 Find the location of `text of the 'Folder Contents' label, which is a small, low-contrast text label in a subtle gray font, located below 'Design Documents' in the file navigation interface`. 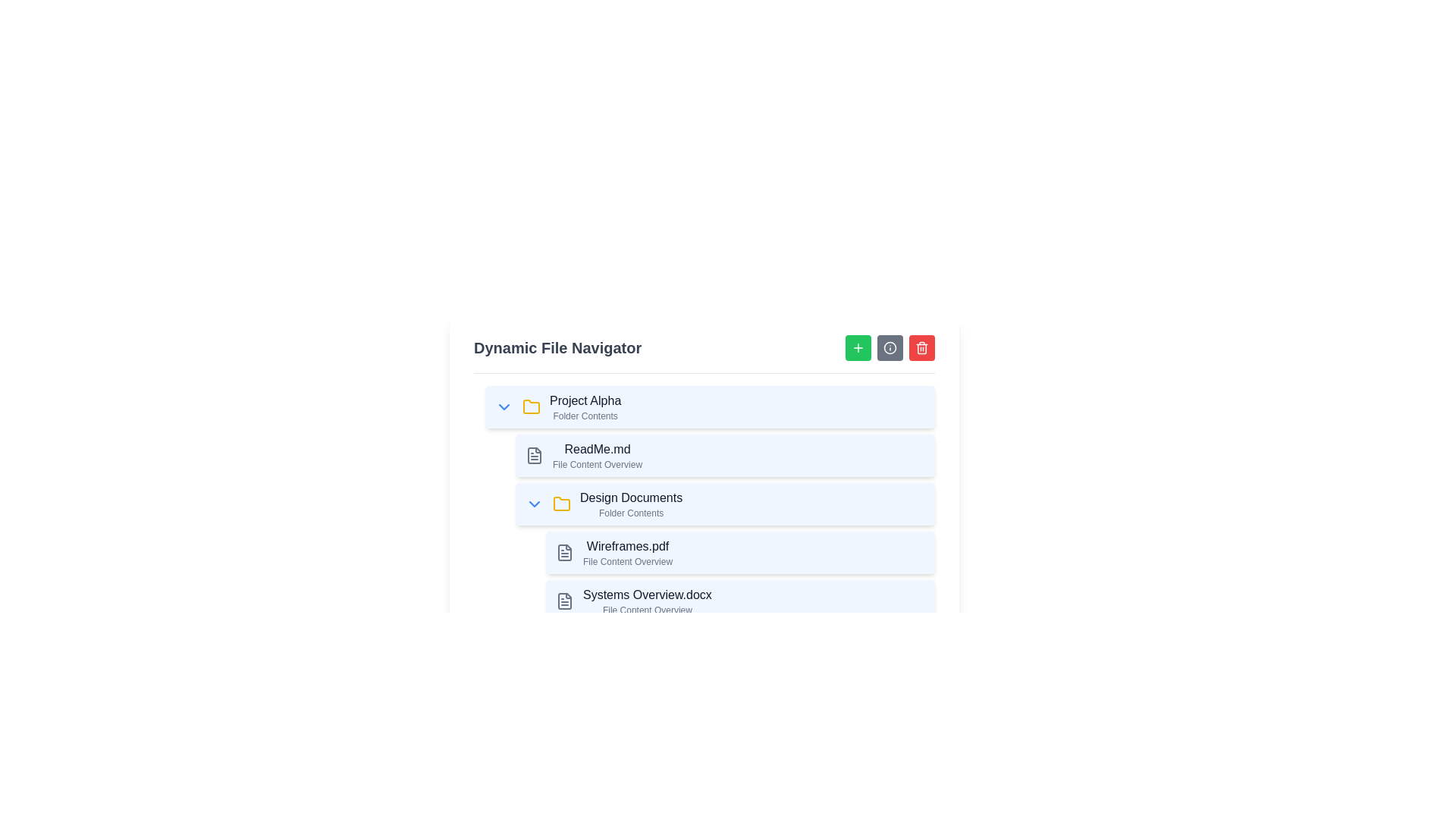

text of the 'Folder Contents' label, which is a small, low-contrast text label in a subtle gray font, located below 'Design Documents' in the file navigation interface is located at coordinates (631, 513).